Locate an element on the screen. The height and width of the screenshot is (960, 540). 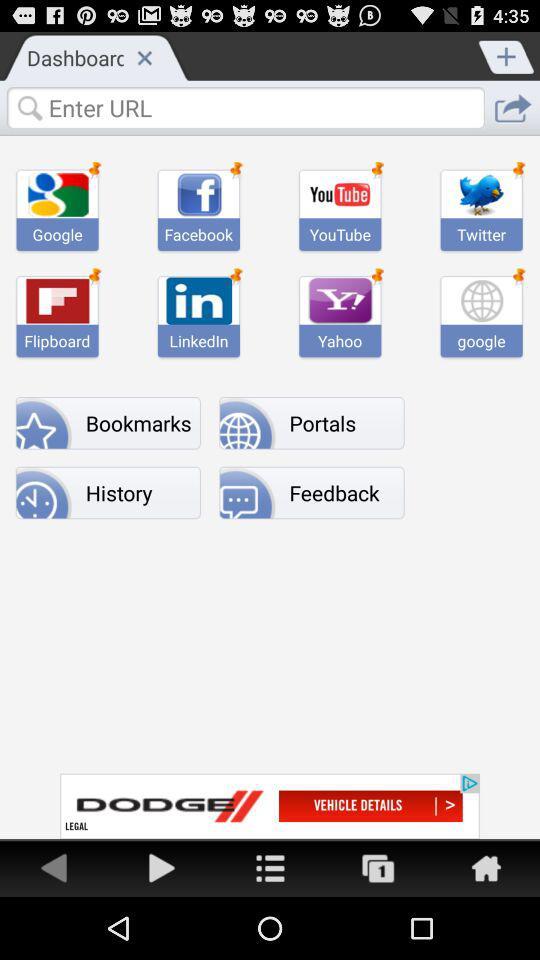
the arrow_backward icon is located at coordinates (54, 928).